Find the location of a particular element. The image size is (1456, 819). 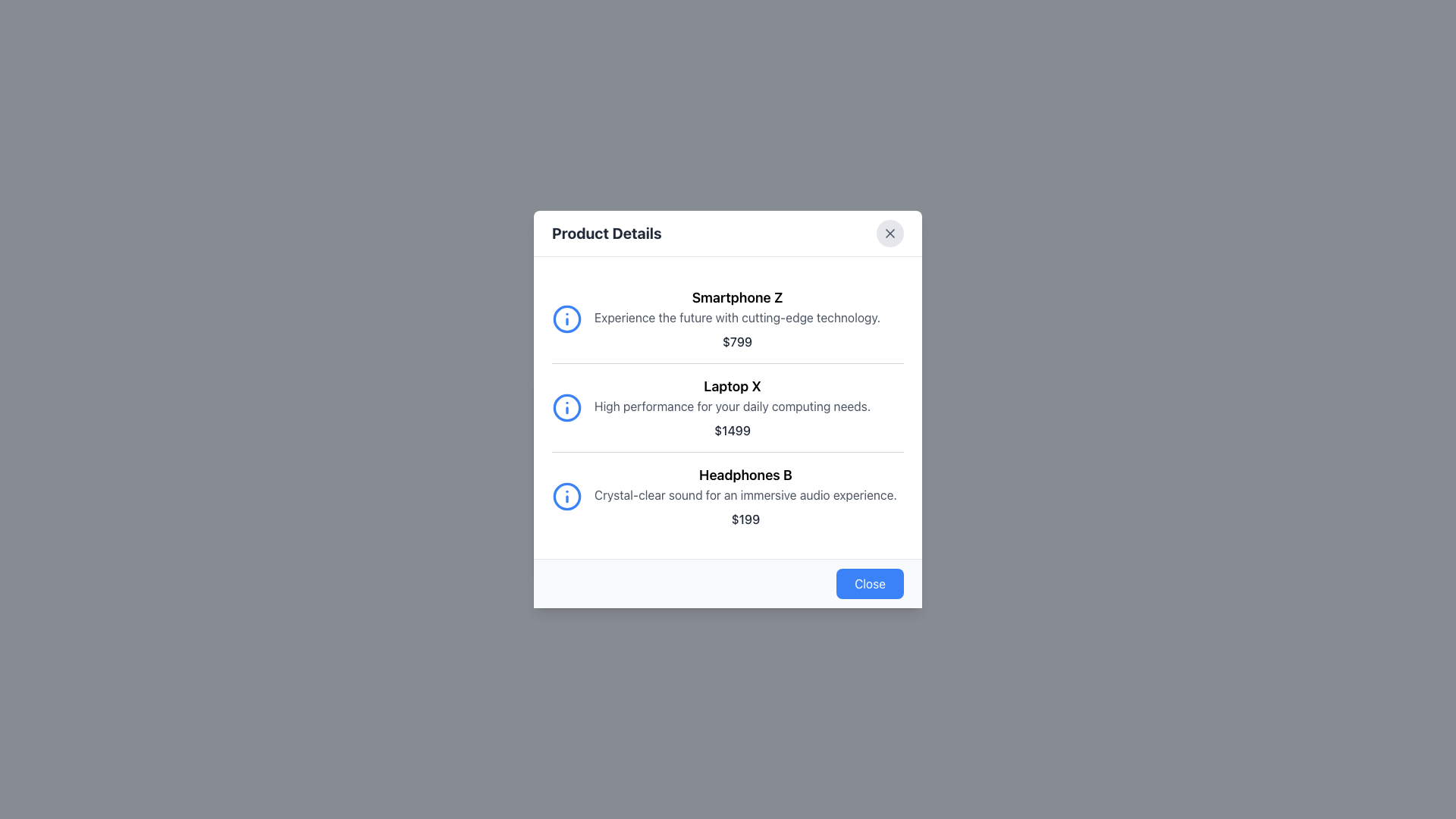

the product description card for 'Laptop X' priced at '$1499', which is the second item in the product details list is located at coordinates (728, 406).